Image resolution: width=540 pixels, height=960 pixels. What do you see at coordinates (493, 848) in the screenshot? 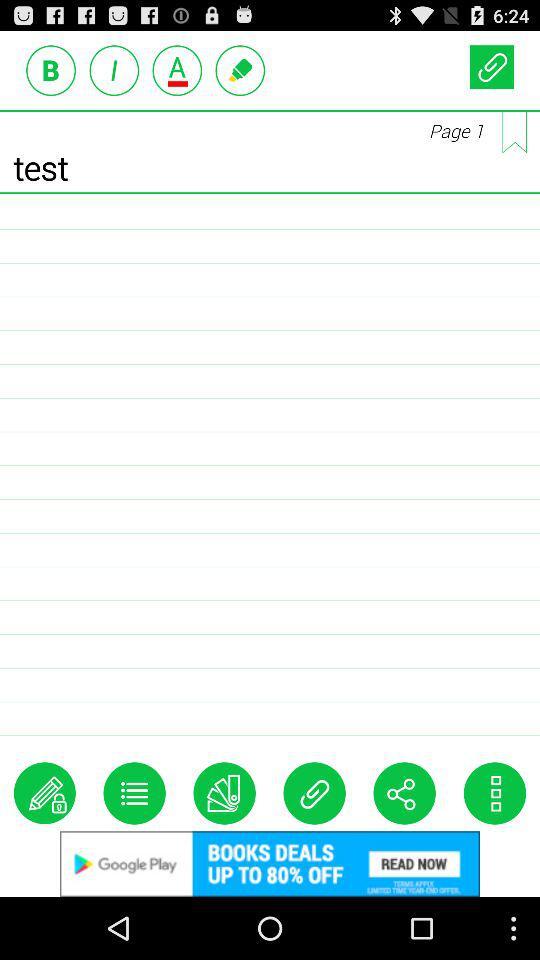
I see `the more icon` at bounding box center [493, 848].